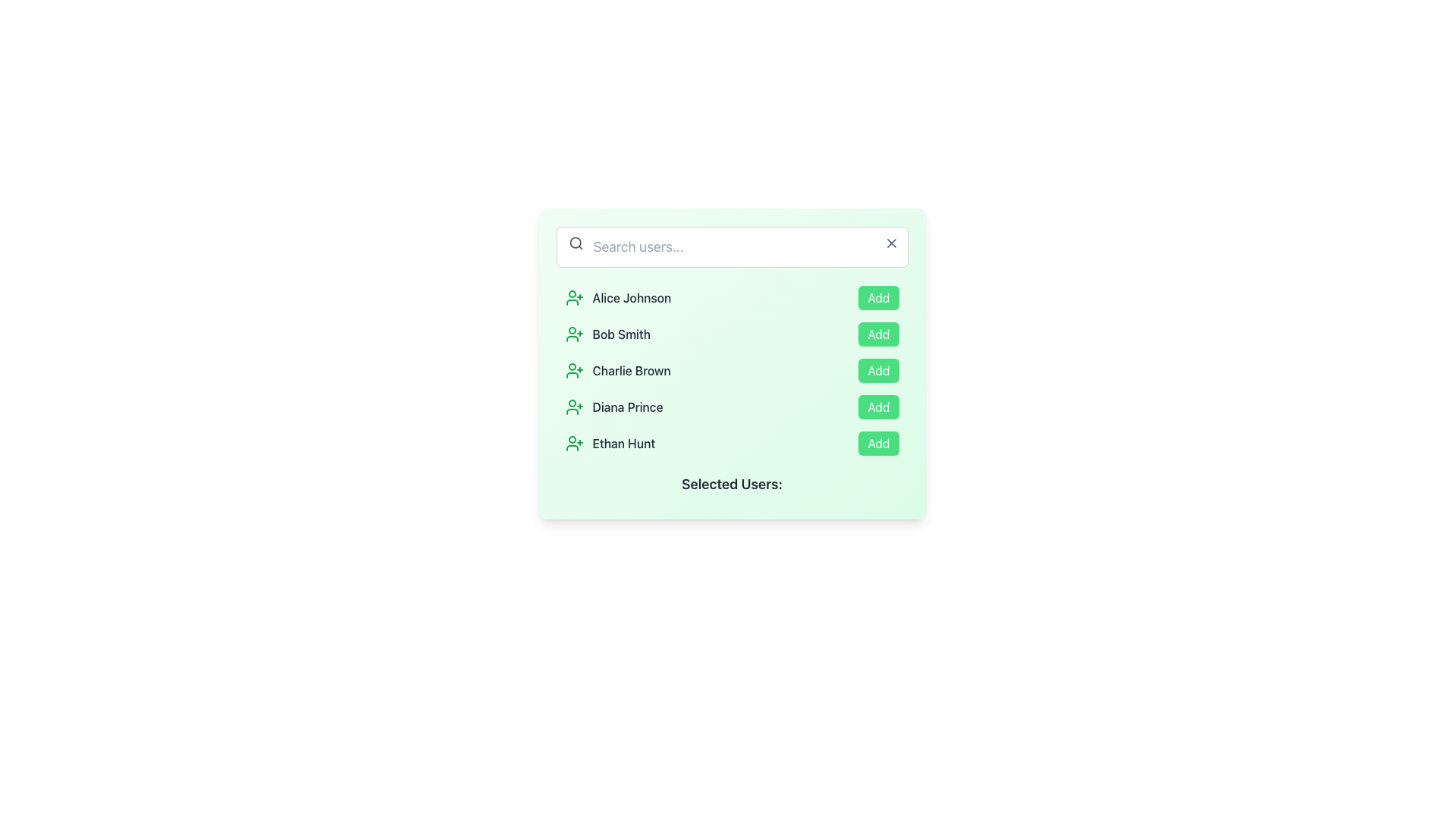 This screenshot has width=1456, height=819. Describe the element at coordinates (614, 406) in the screenshot. I see `the text label identifying the user 'Diana Prince' in the user list, which is the fourth item in the vertical list located centrally in its row` at that location.